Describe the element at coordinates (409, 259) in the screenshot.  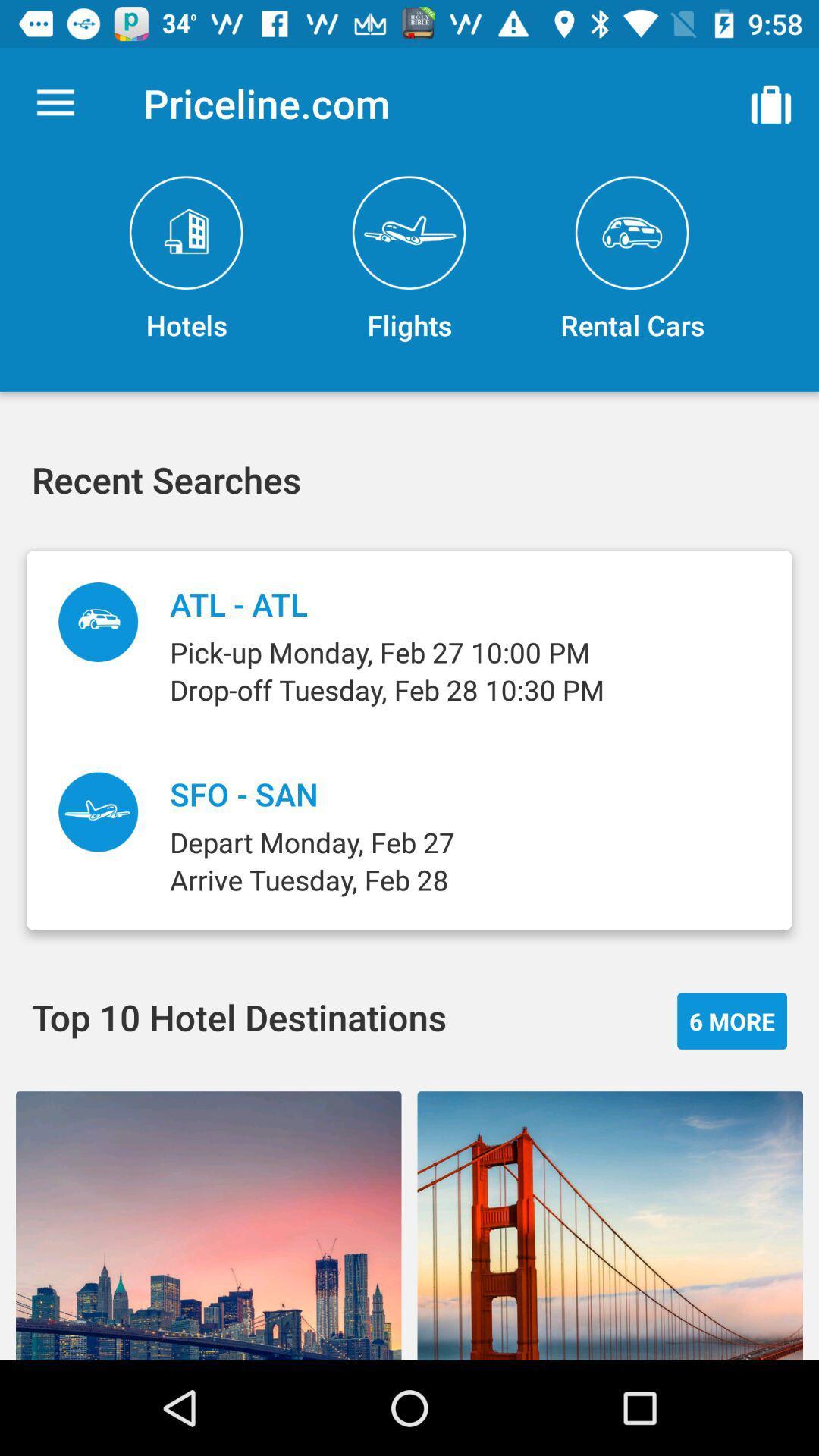
I see `icon above atl - atl icon` at that location.